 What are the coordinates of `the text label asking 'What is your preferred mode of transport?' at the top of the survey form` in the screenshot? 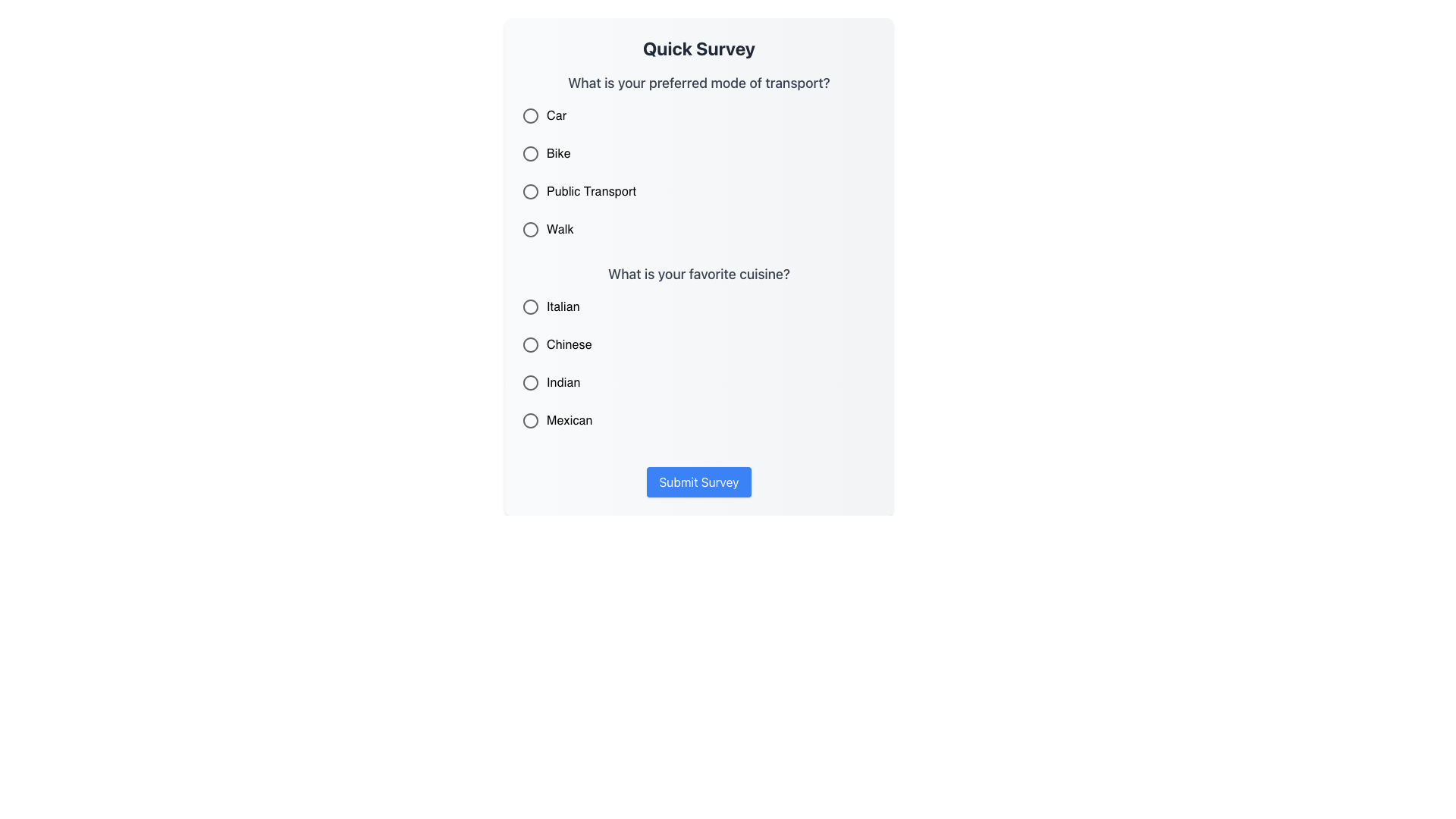 It's located at (698, 83).